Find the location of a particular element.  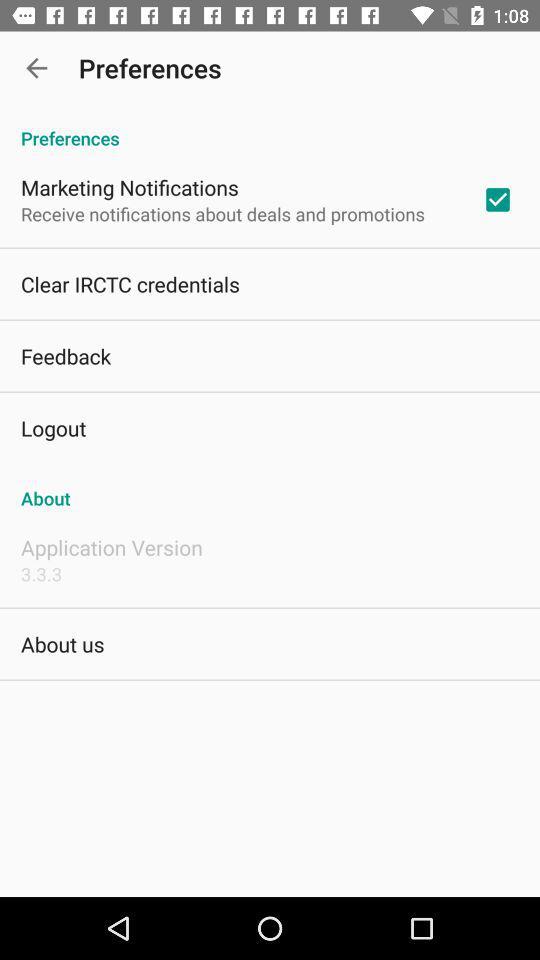

the marketing notifications app is located at coordinates (129, 187).